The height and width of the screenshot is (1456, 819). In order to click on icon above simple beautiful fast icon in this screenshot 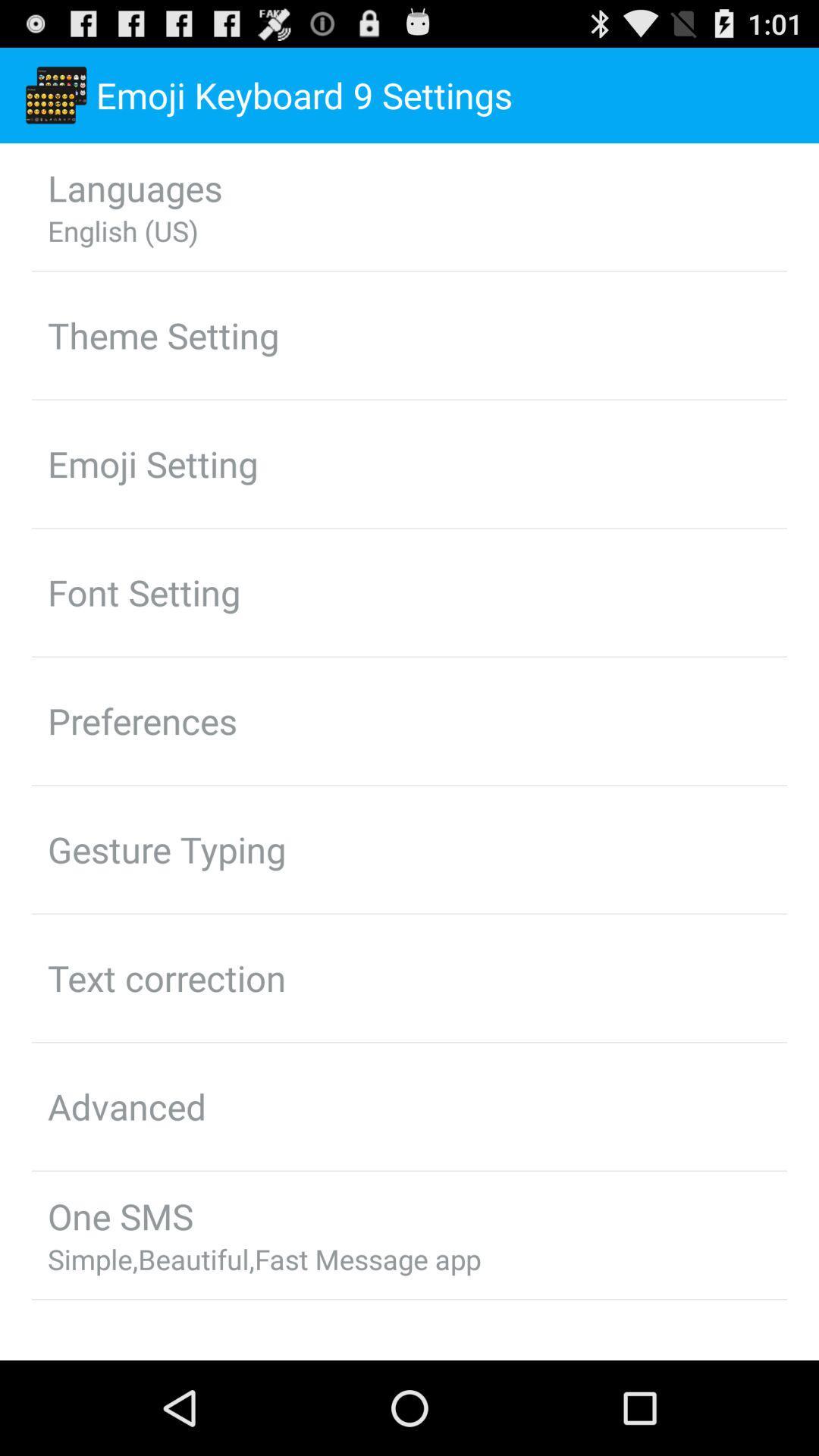, I will do `click(119, 1216)`.